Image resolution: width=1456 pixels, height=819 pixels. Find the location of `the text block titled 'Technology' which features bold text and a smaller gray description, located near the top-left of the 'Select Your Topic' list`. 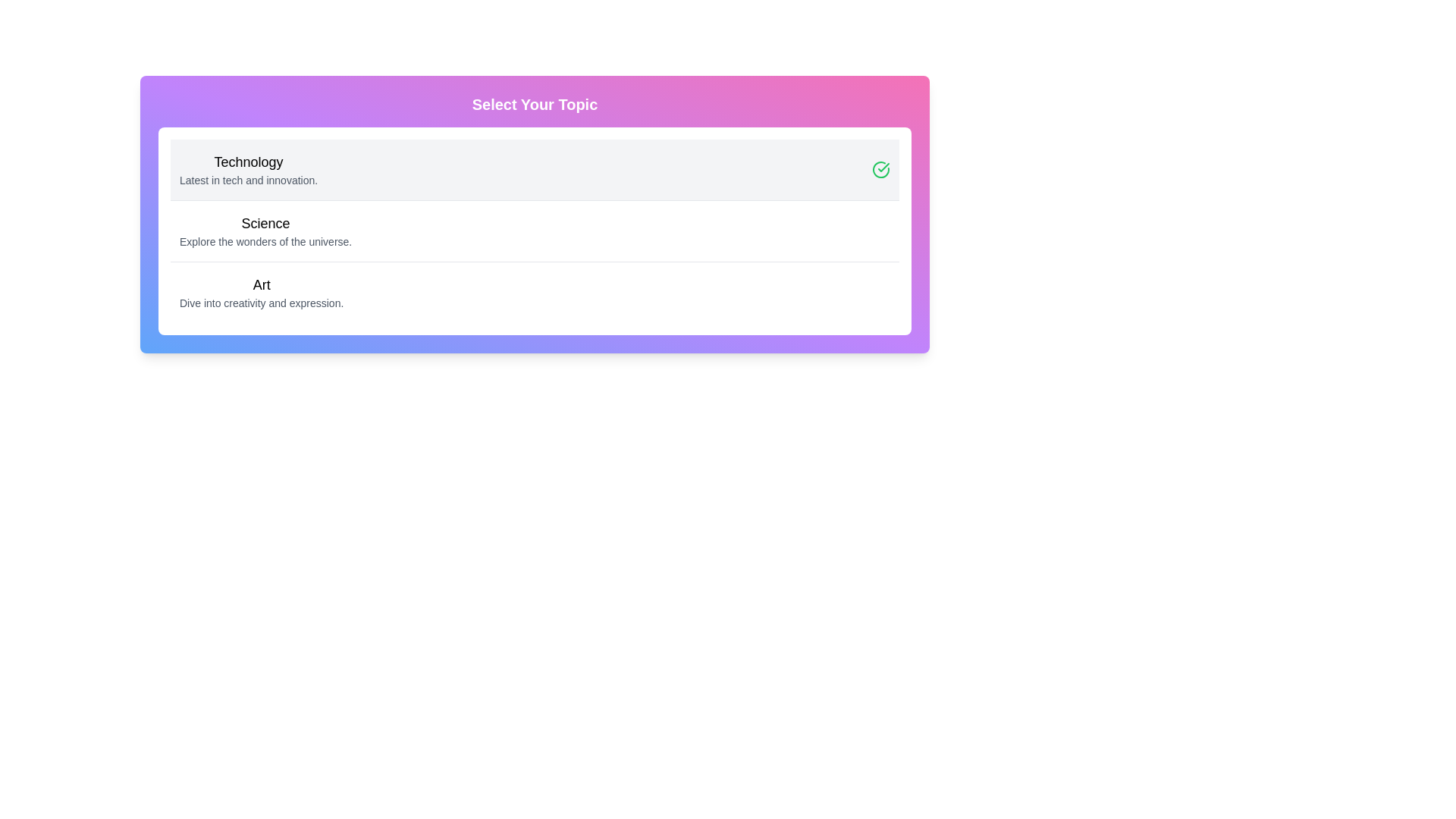

the text block titled 'Technology' which features bold text and a smaller gray description, located near the top-left of the 'Select Your Topic' list is located at coordinates (249, 169).